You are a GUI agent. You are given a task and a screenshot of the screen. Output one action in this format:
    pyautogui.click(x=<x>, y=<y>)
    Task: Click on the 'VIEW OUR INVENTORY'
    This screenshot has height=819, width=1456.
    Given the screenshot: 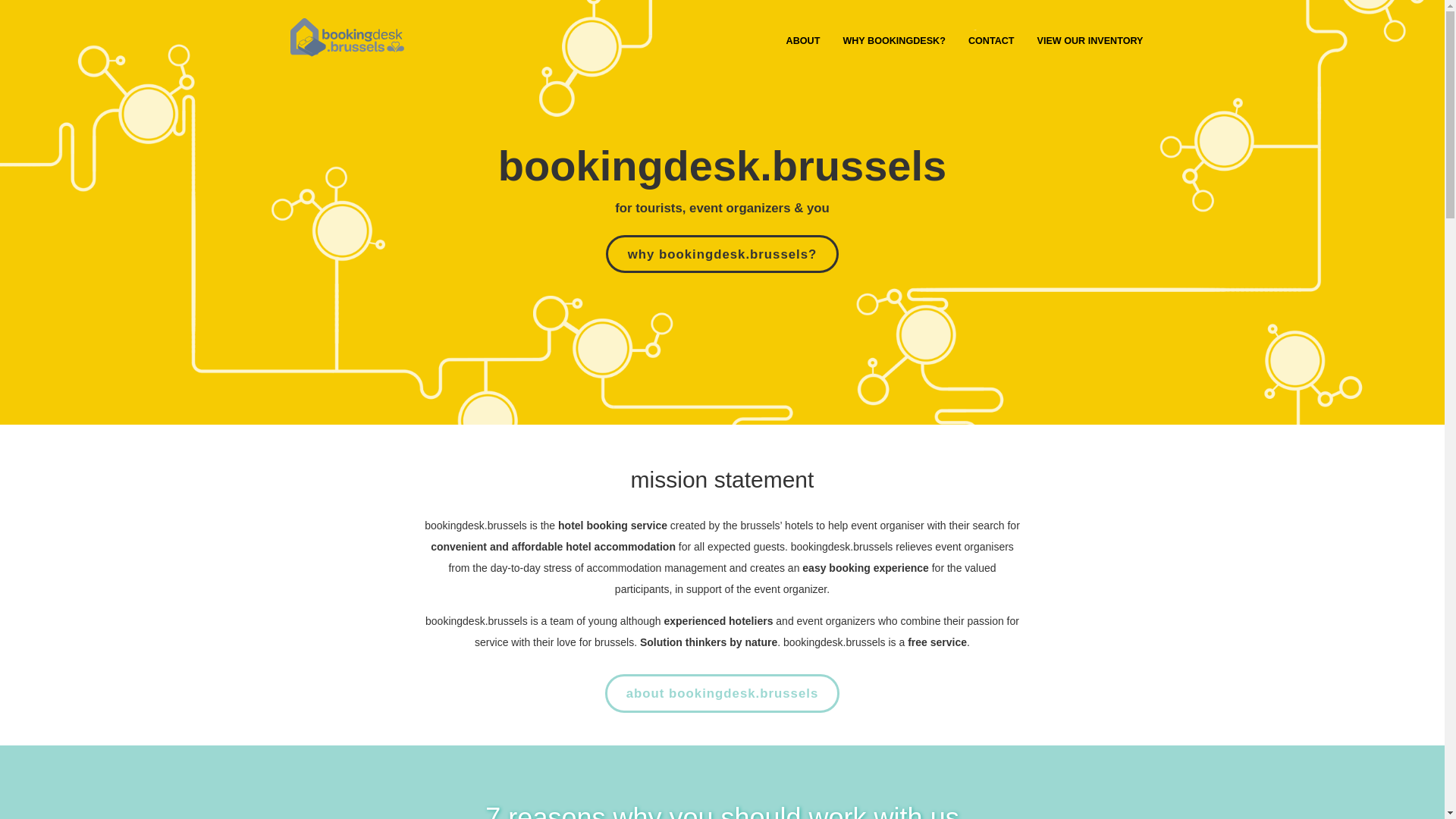 What is the action you would take?
    pyautogui.click(x=1026, y=40)
    